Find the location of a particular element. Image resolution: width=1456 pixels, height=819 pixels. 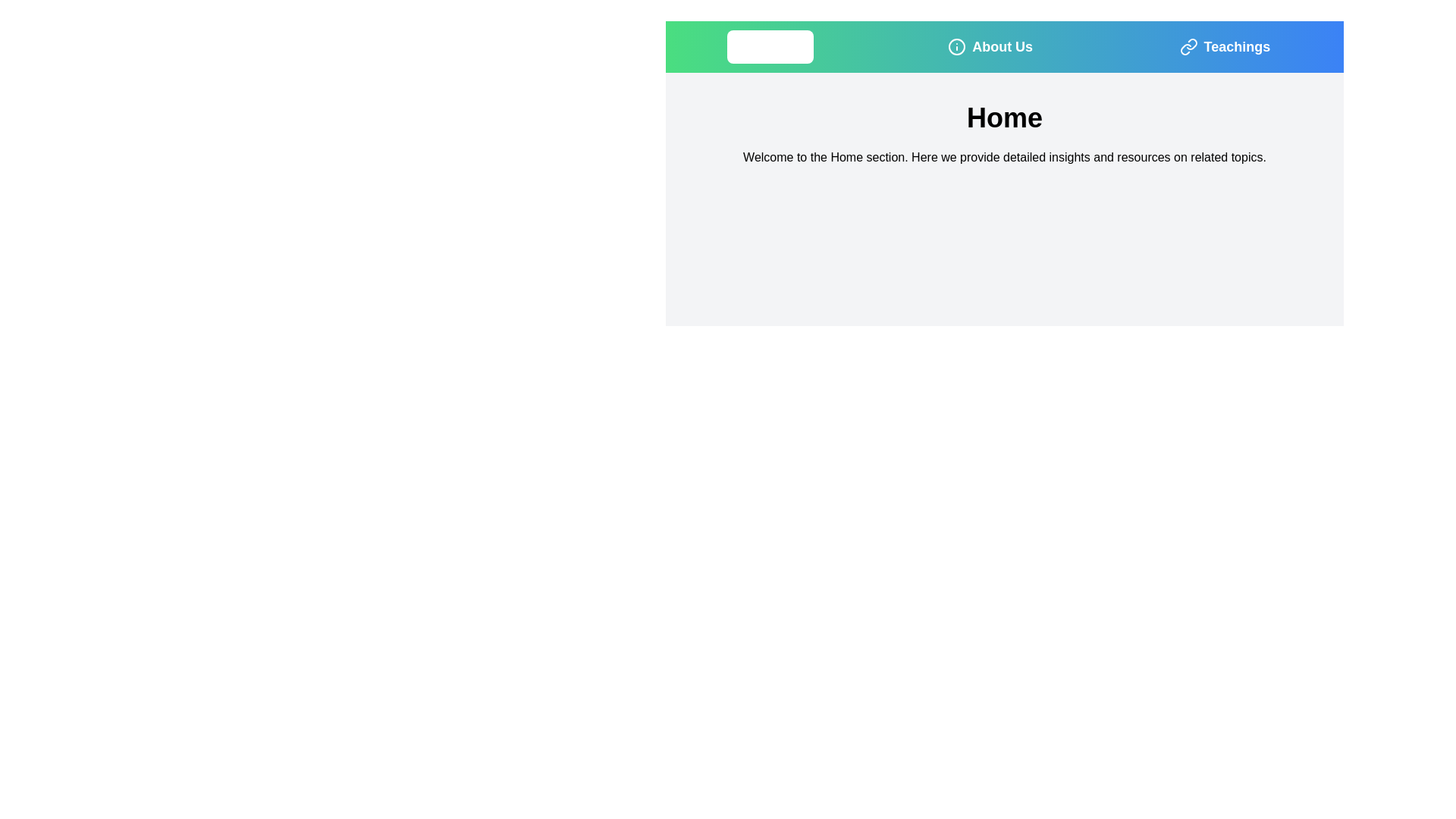

the text block displaying 'Welcome to the Home section. Here we provide detailed insights and resources on related topics.' which is located beneath the 'Home' heading is located at coordinates (1004, 158).